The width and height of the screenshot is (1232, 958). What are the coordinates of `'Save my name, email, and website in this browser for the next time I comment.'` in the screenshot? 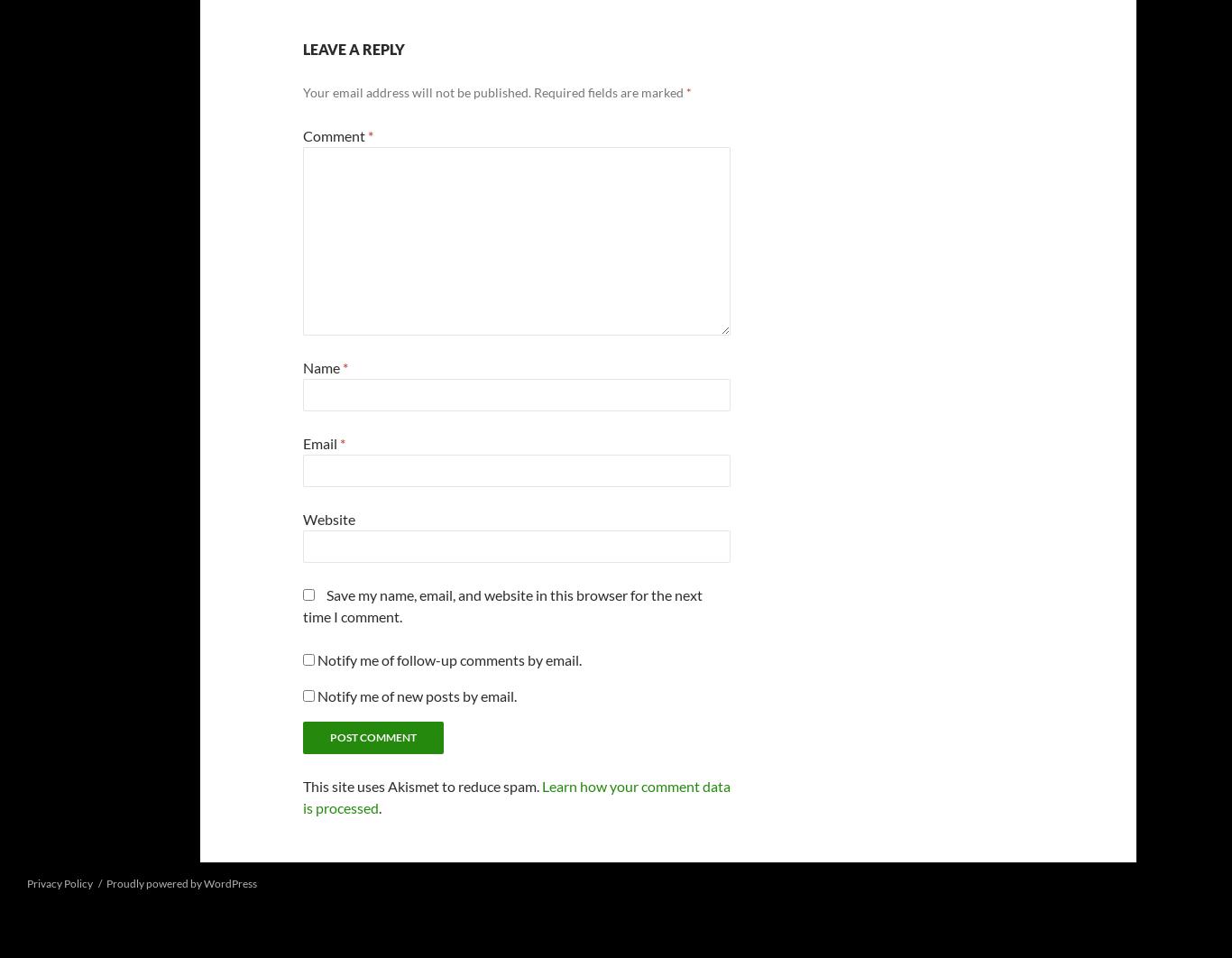 It's located at (303, 605).